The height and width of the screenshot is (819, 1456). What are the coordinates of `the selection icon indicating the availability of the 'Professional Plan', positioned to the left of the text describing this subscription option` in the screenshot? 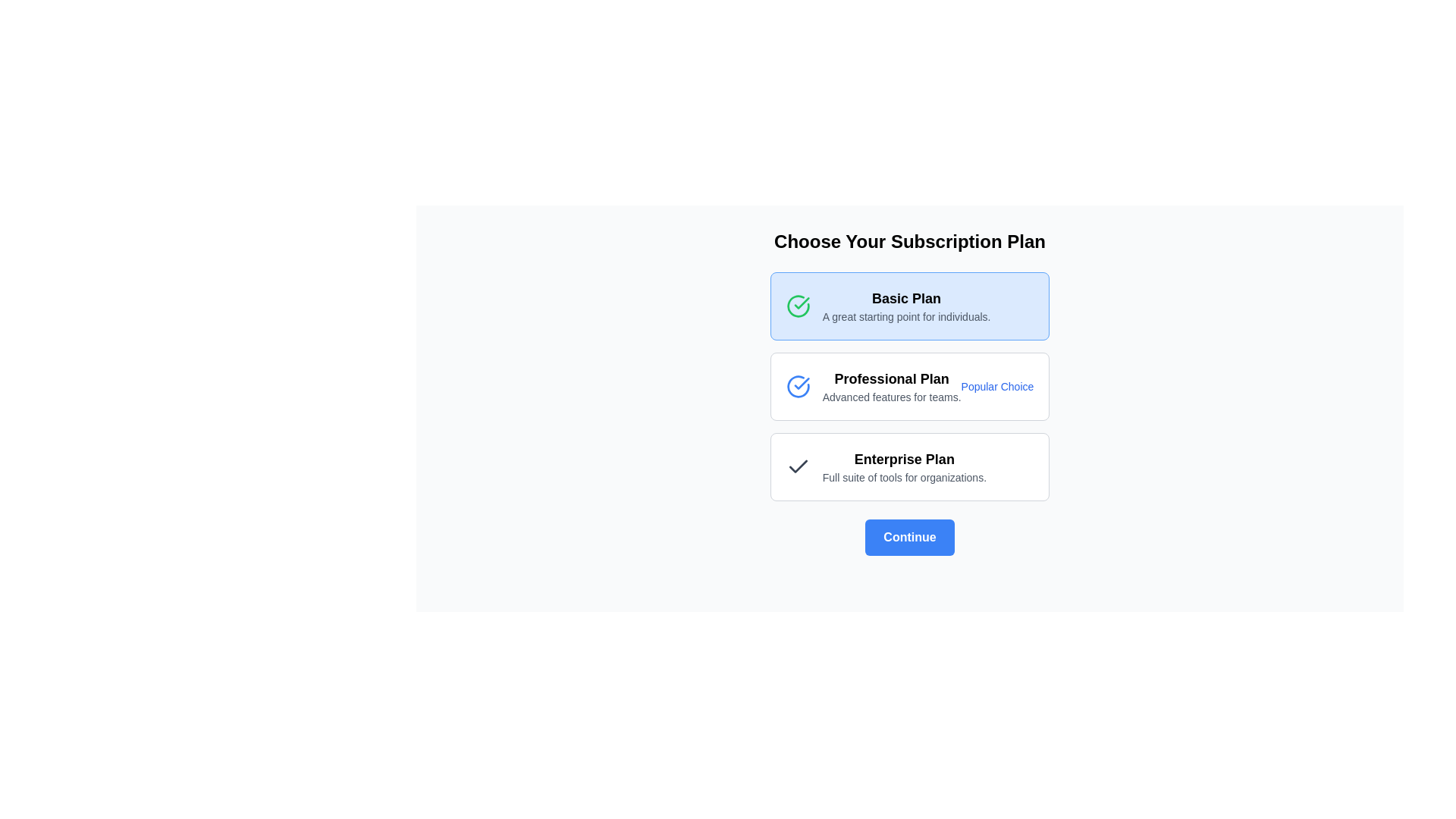 It's located at (797, 385).